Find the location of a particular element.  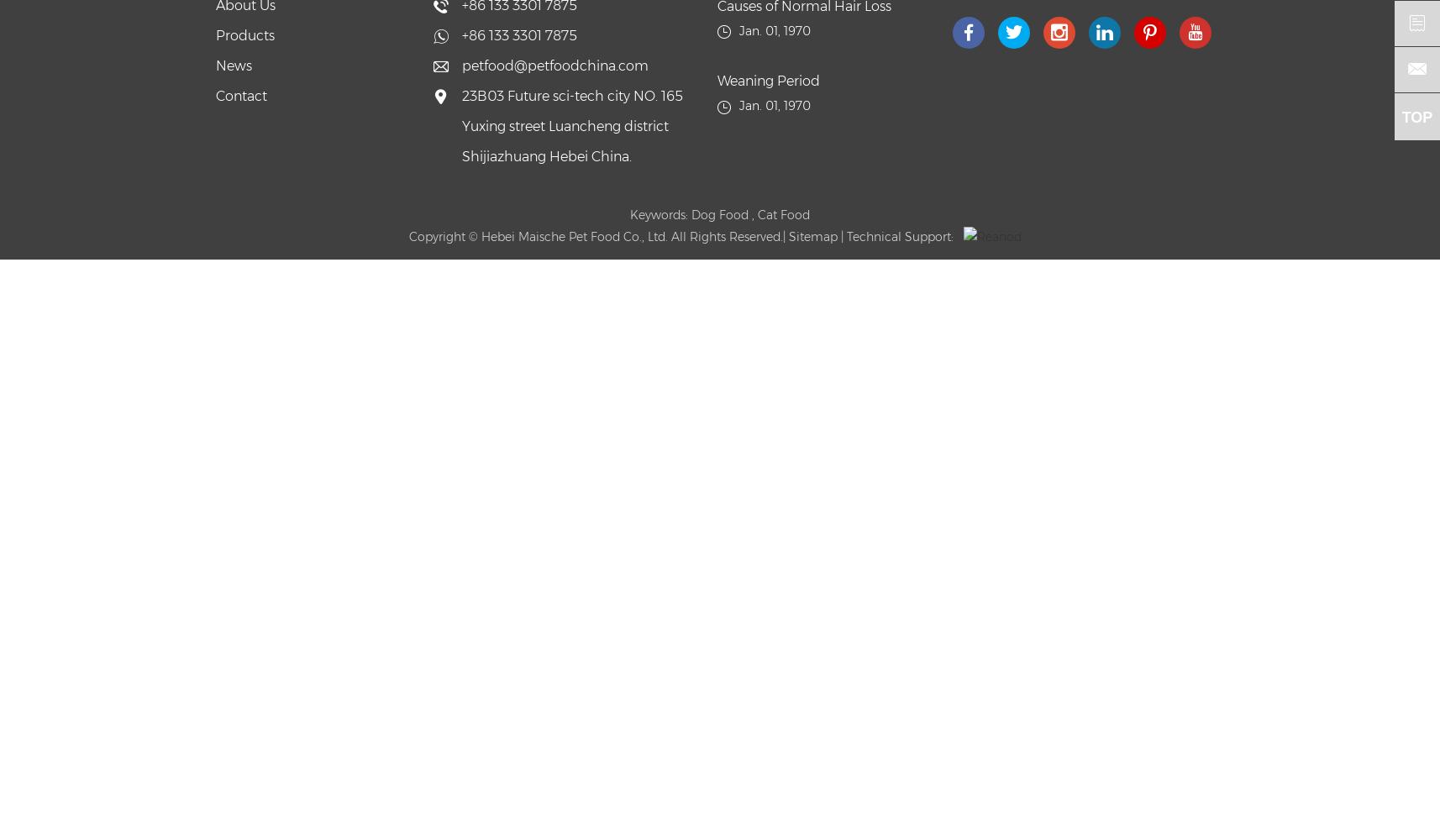

'Dog Food' is located at coordinates (720, 215).